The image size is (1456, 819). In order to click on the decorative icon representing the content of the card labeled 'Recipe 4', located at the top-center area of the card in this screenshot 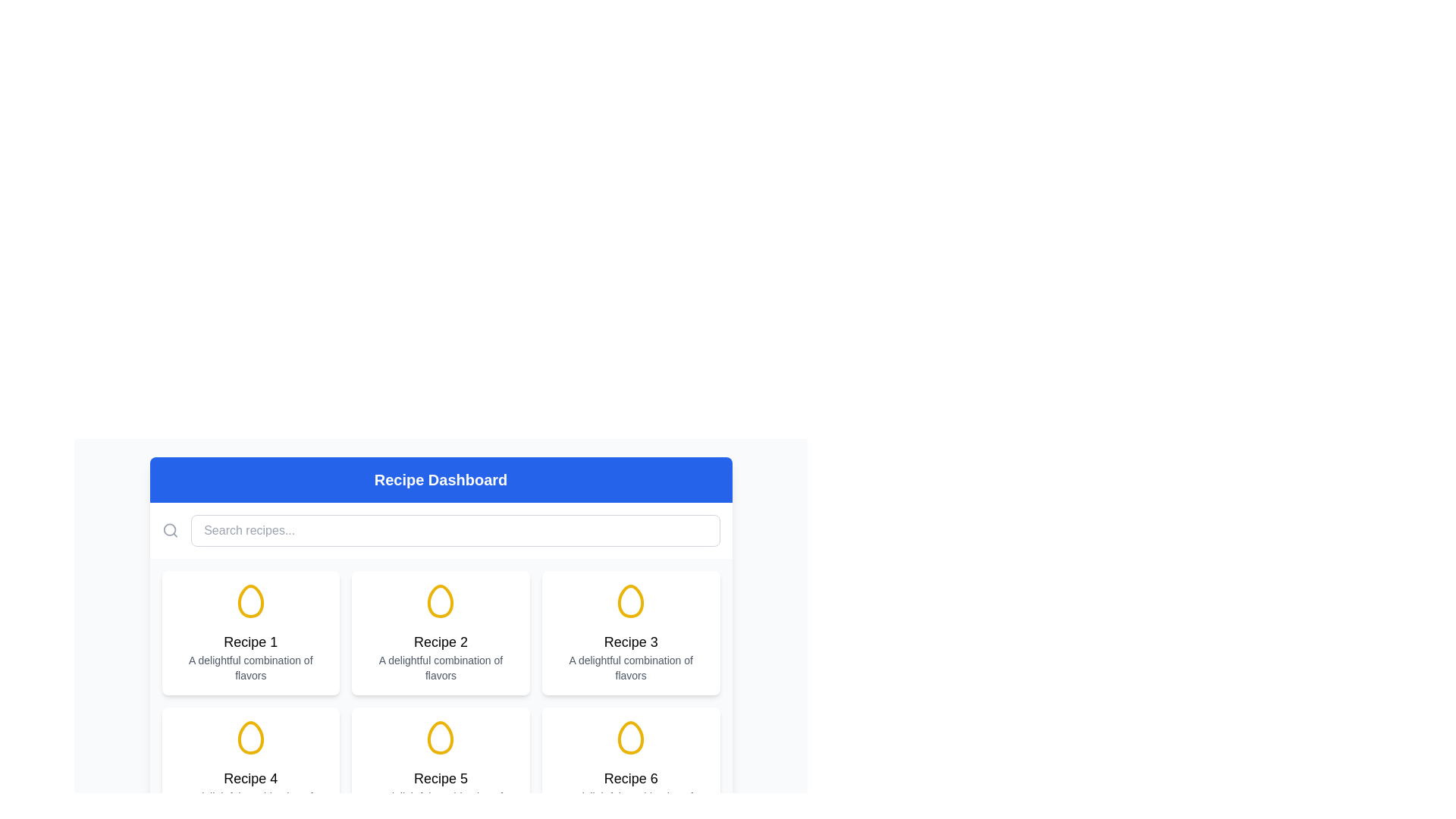, I will do `click(250, 736)`.